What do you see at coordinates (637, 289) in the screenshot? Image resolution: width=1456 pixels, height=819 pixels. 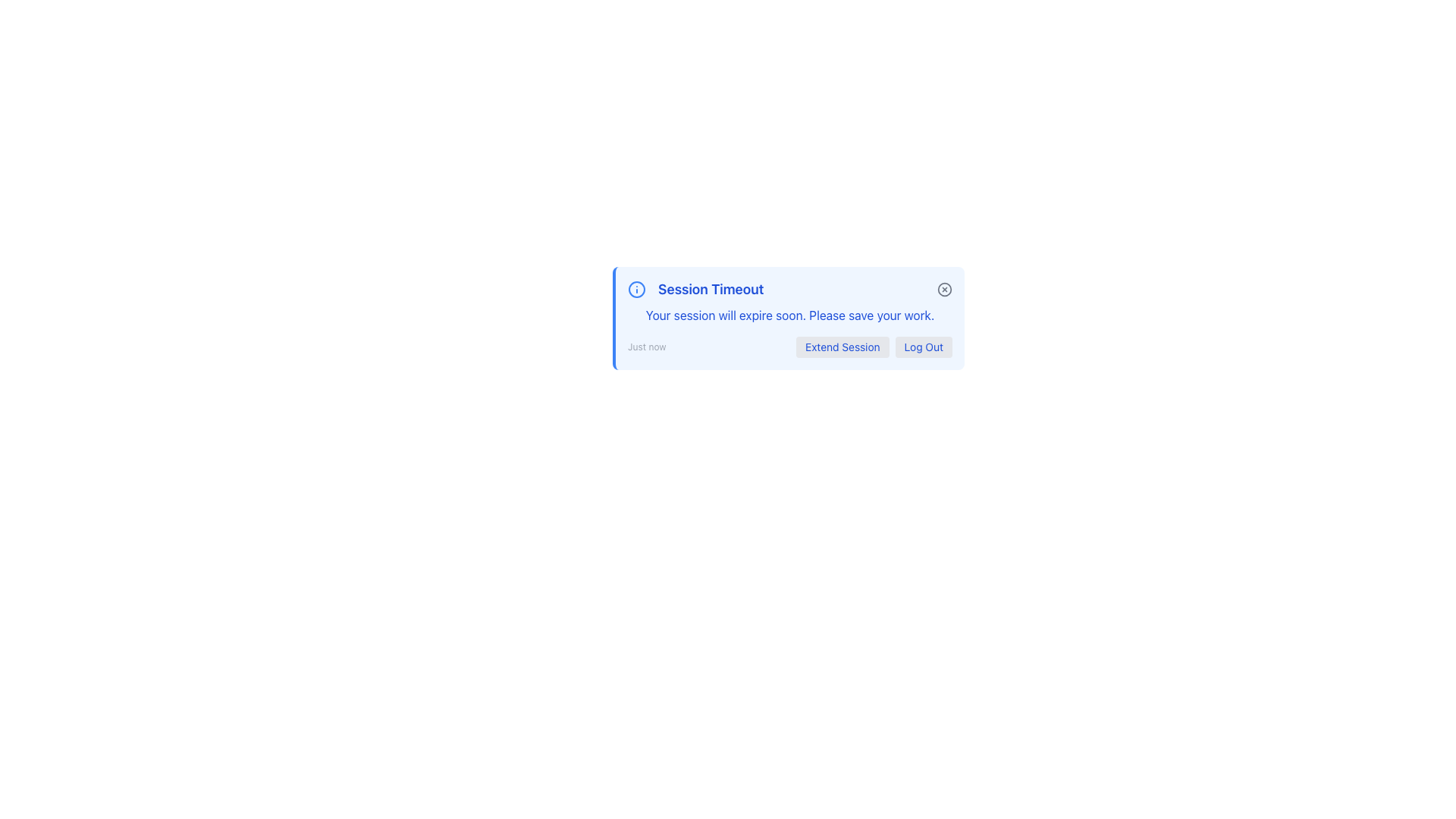 I see `the circular icon with a blue outline and central dot that precedes the 'Session Timeout' notification message` at bounding box center [637, 289].